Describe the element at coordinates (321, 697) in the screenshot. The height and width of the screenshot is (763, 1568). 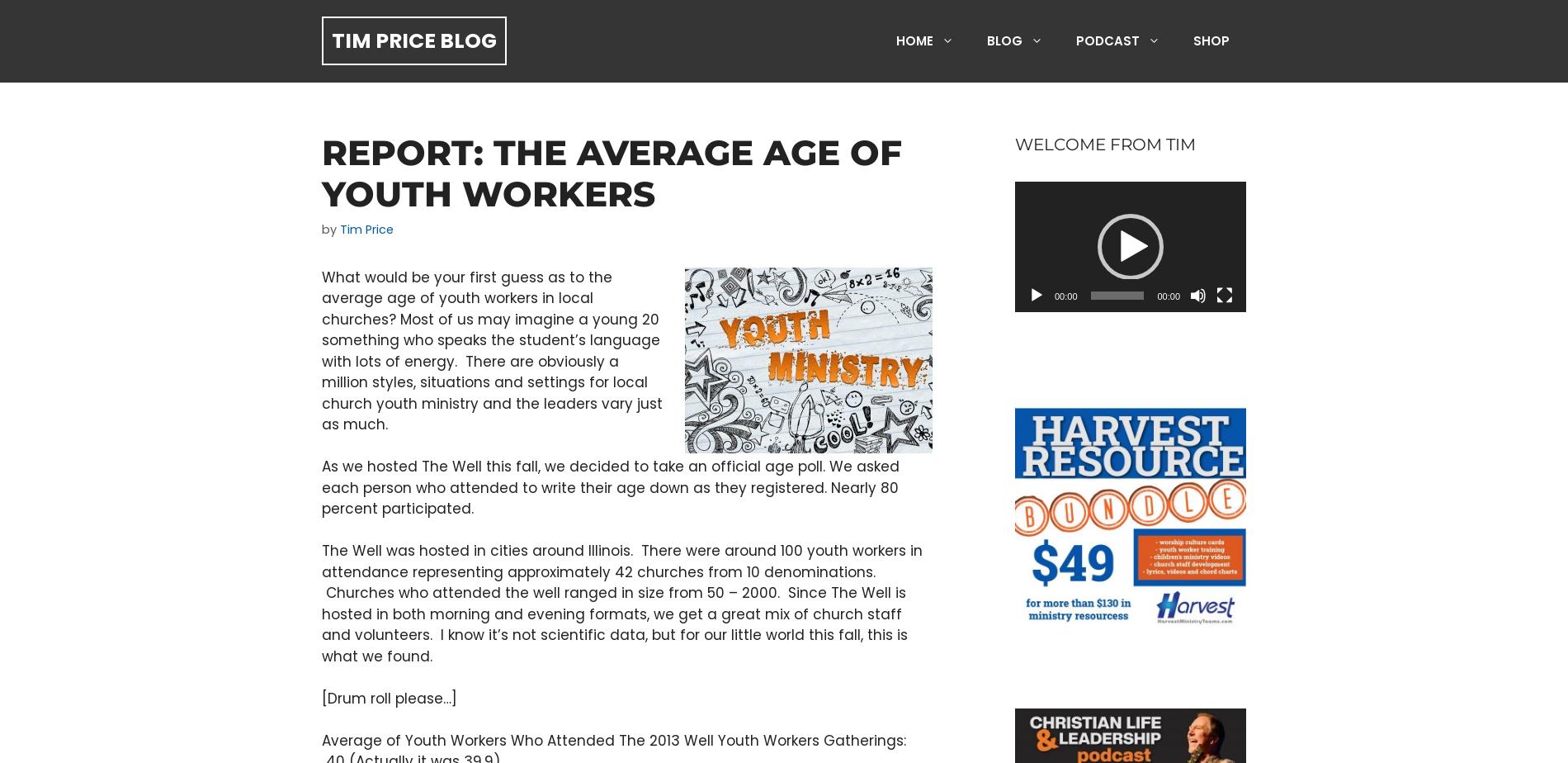
I see `'[Drum roll please…]'` at that location.